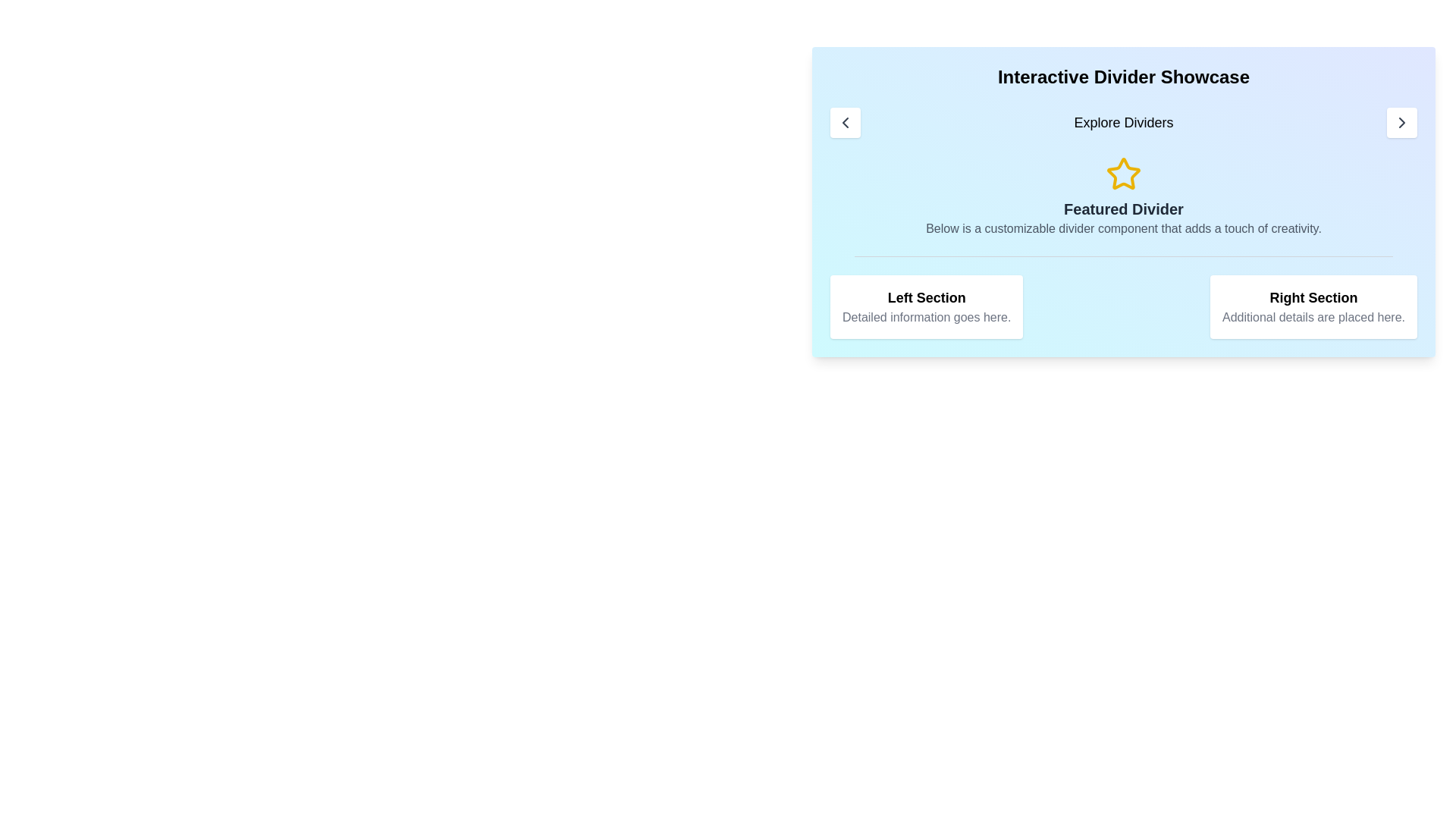  What do you see at coordinates (1124, 174) in the screenshot?
I see `the Decorative Icon (SVG) that visually represents a feature or concept, located above the header text 'Featured Divider'` at bounding box center [1124, 174].